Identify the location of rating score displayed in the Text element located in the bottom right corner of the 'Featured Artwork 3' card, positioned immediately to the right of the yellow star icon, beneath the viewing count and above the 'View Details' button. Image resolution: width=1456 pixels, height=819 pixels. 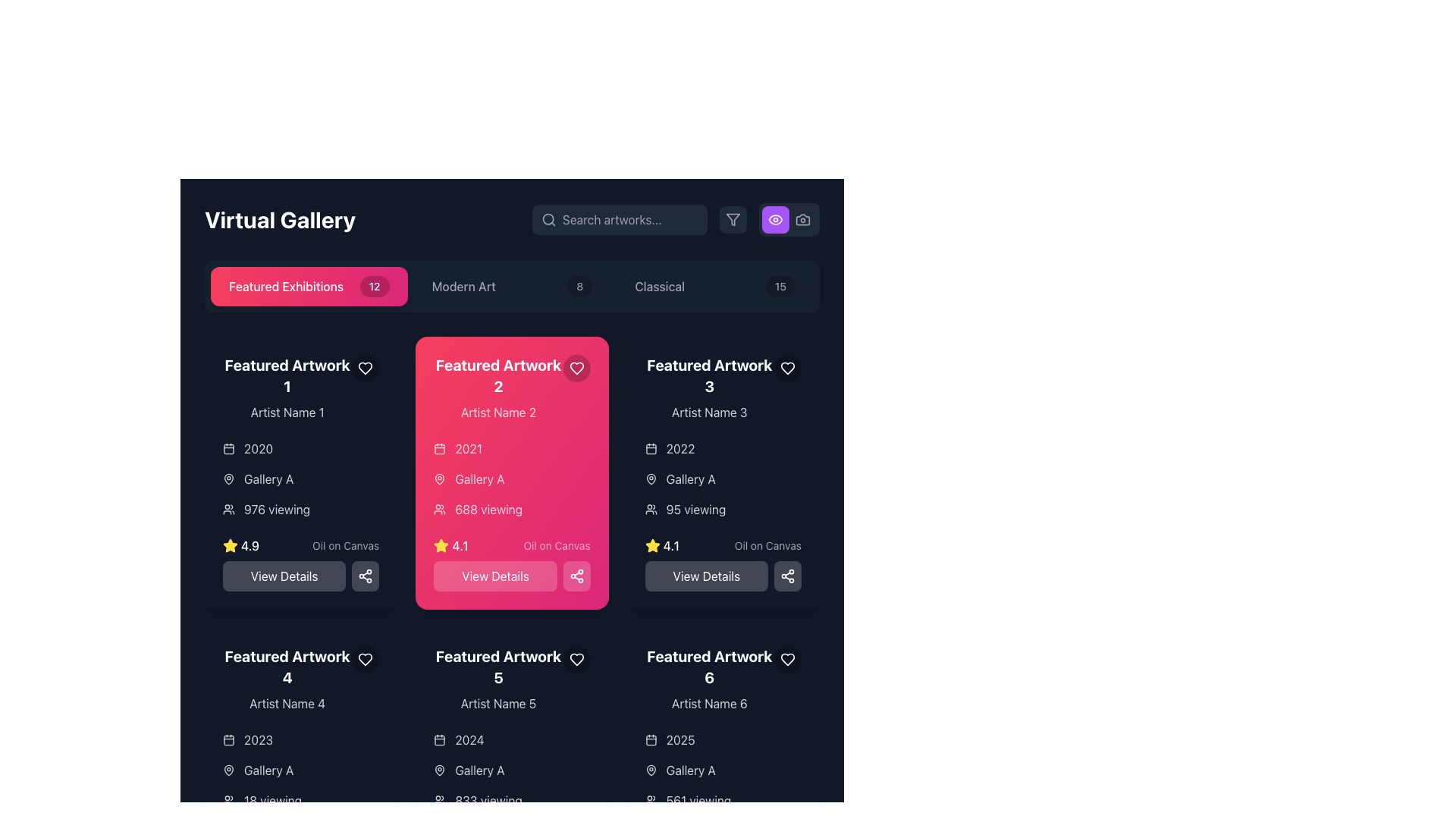
(670, 546).